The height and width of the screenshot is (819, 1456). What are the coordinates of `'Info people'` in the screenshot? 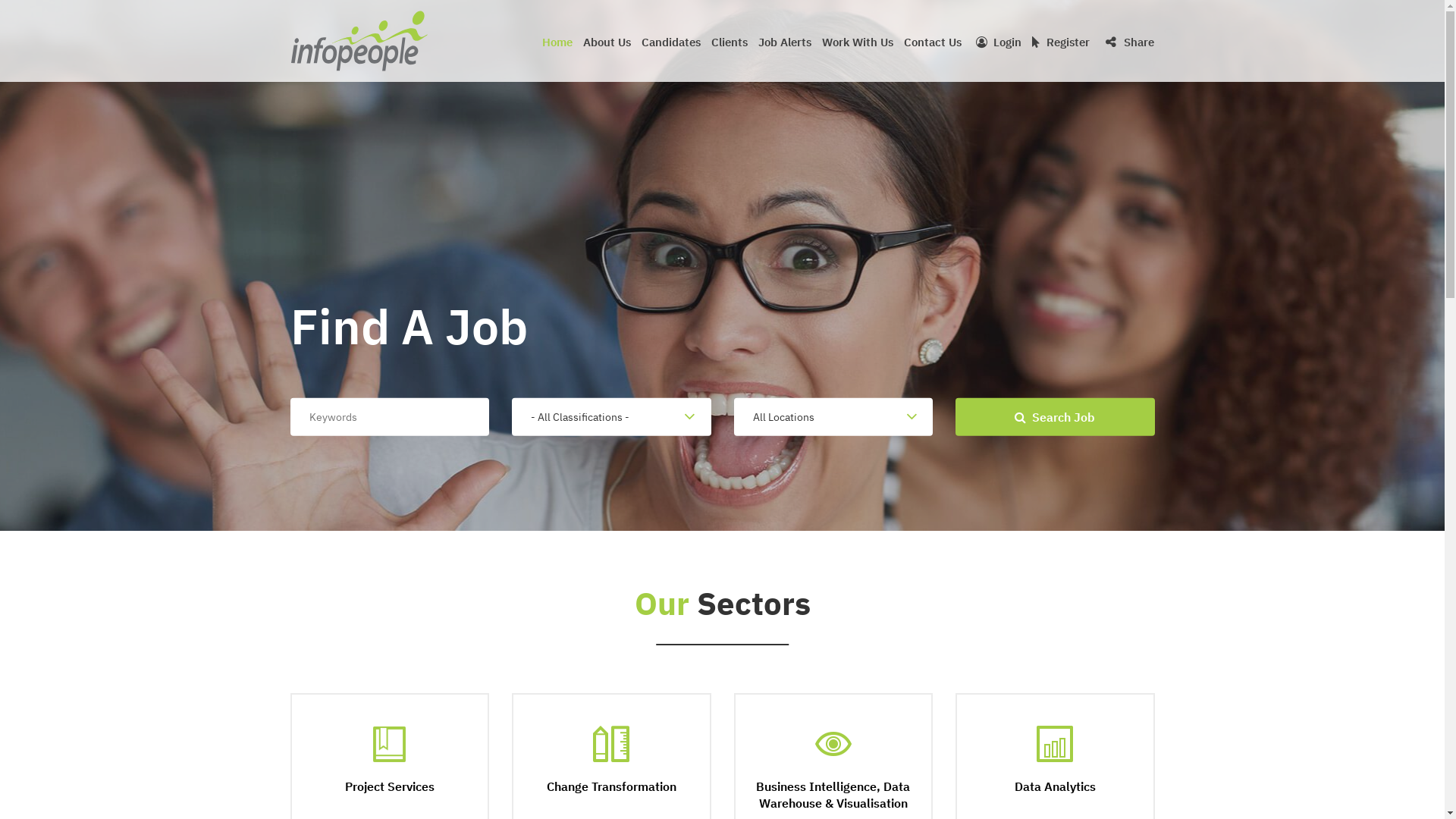 It's located at (359, 40).